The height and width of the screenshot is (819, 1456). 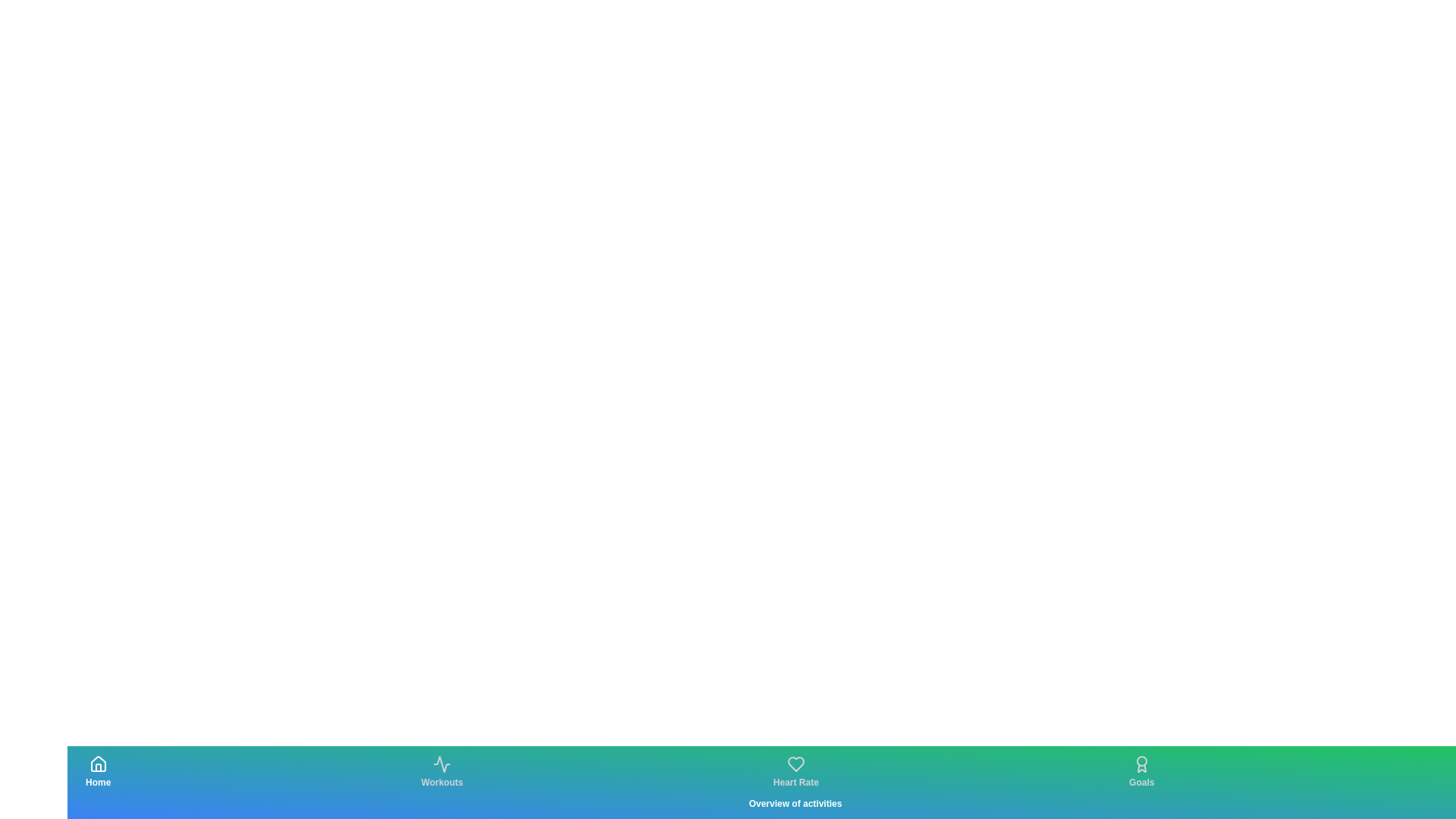 What do you see at coordinates (97, 772) in the screenshot?
I see `the Home tab to switch to its section` at bounding box center [97, 772].